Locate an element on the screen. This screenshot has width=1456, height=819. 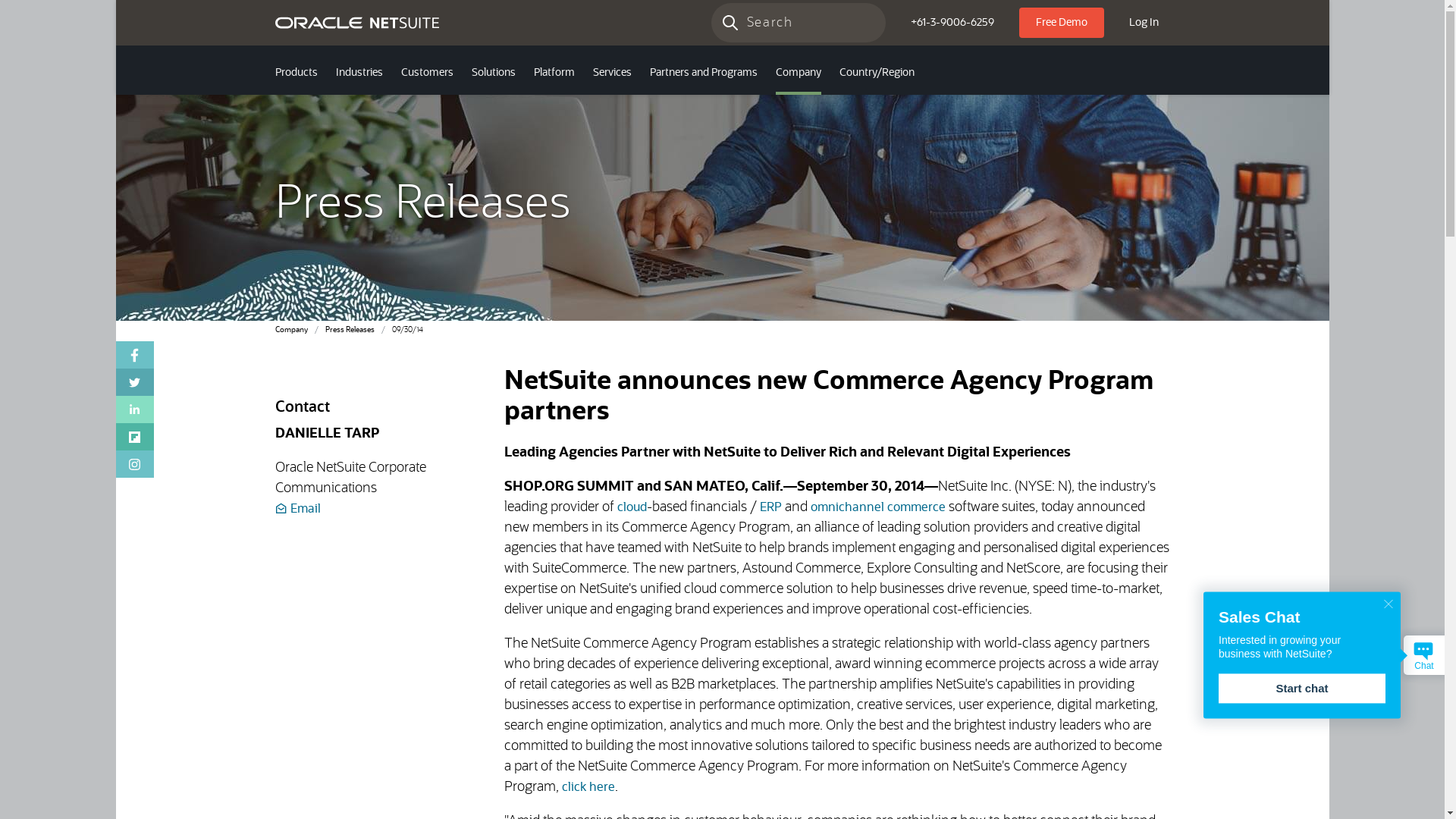
'omnichannel commerce' is located at coordinates (877, 507).